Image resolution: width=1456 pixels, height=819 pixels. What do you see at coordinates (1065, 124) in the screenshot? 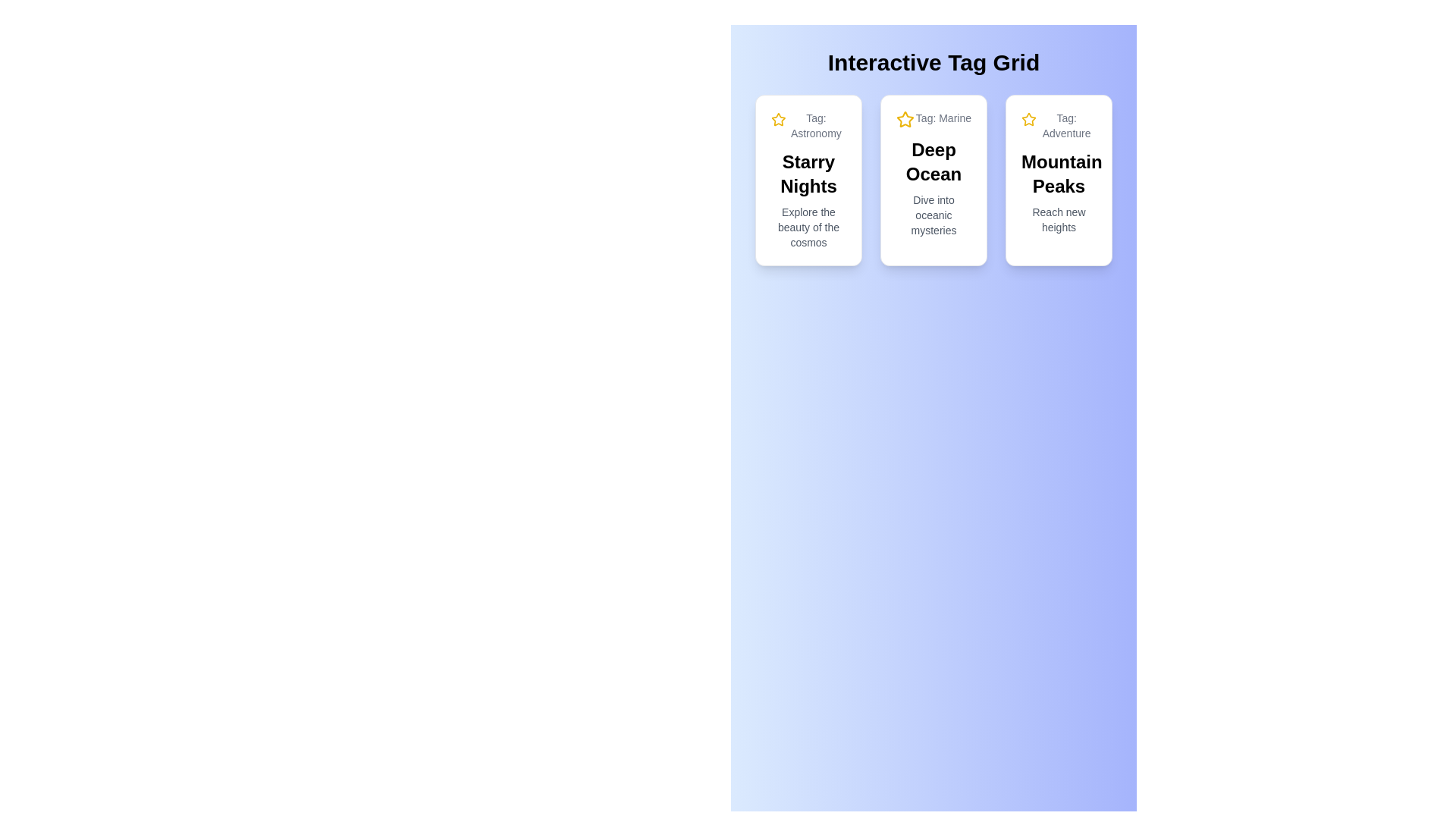
I see `the static text label that categorizes the card content as 'Adventure', located in the upper left of the third card from the left, next to a star icon` at bounding box center [1065, 124].